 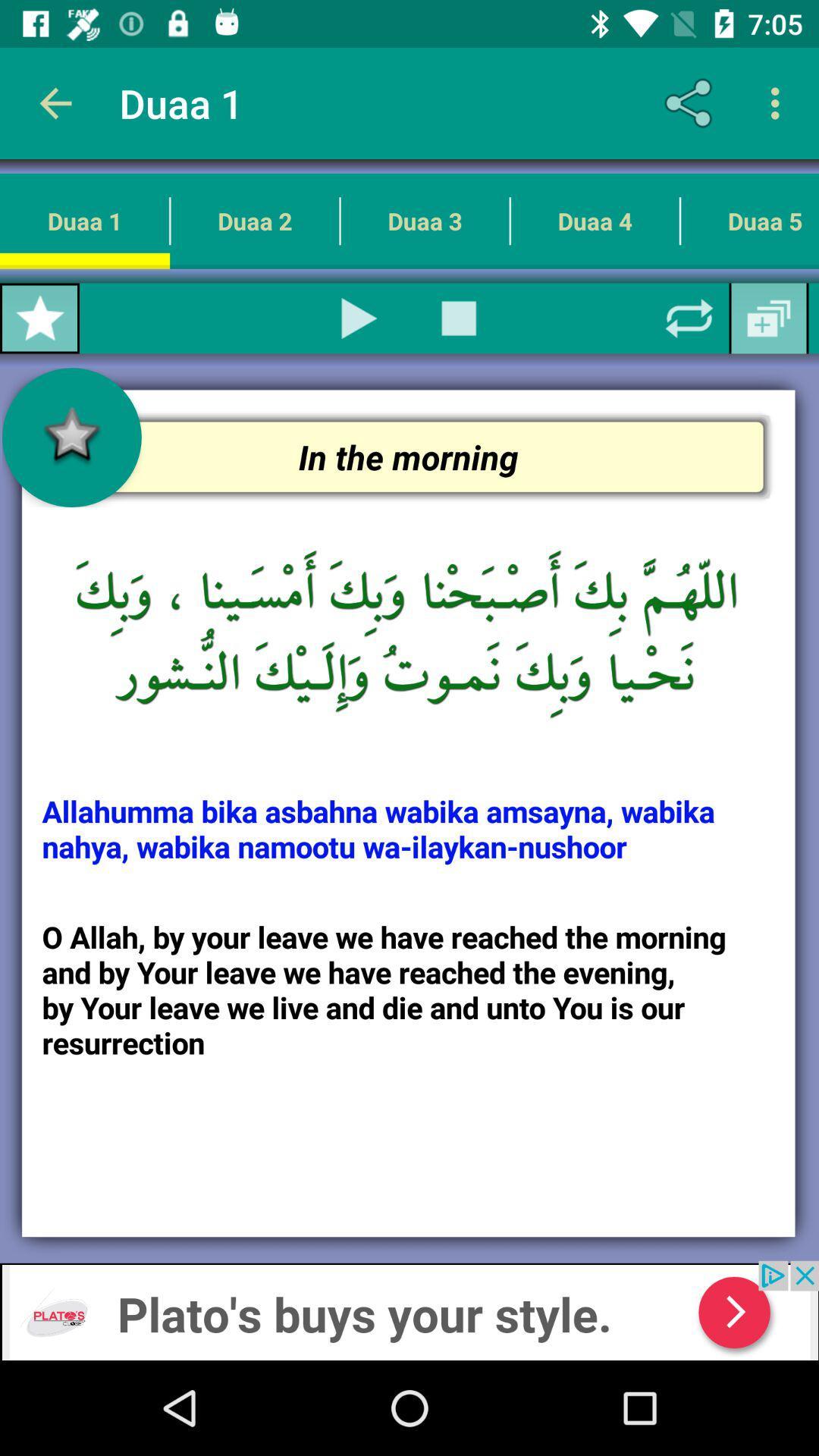 I want to click on the app next to the duaa 1 item, so click(x=691, y=102).